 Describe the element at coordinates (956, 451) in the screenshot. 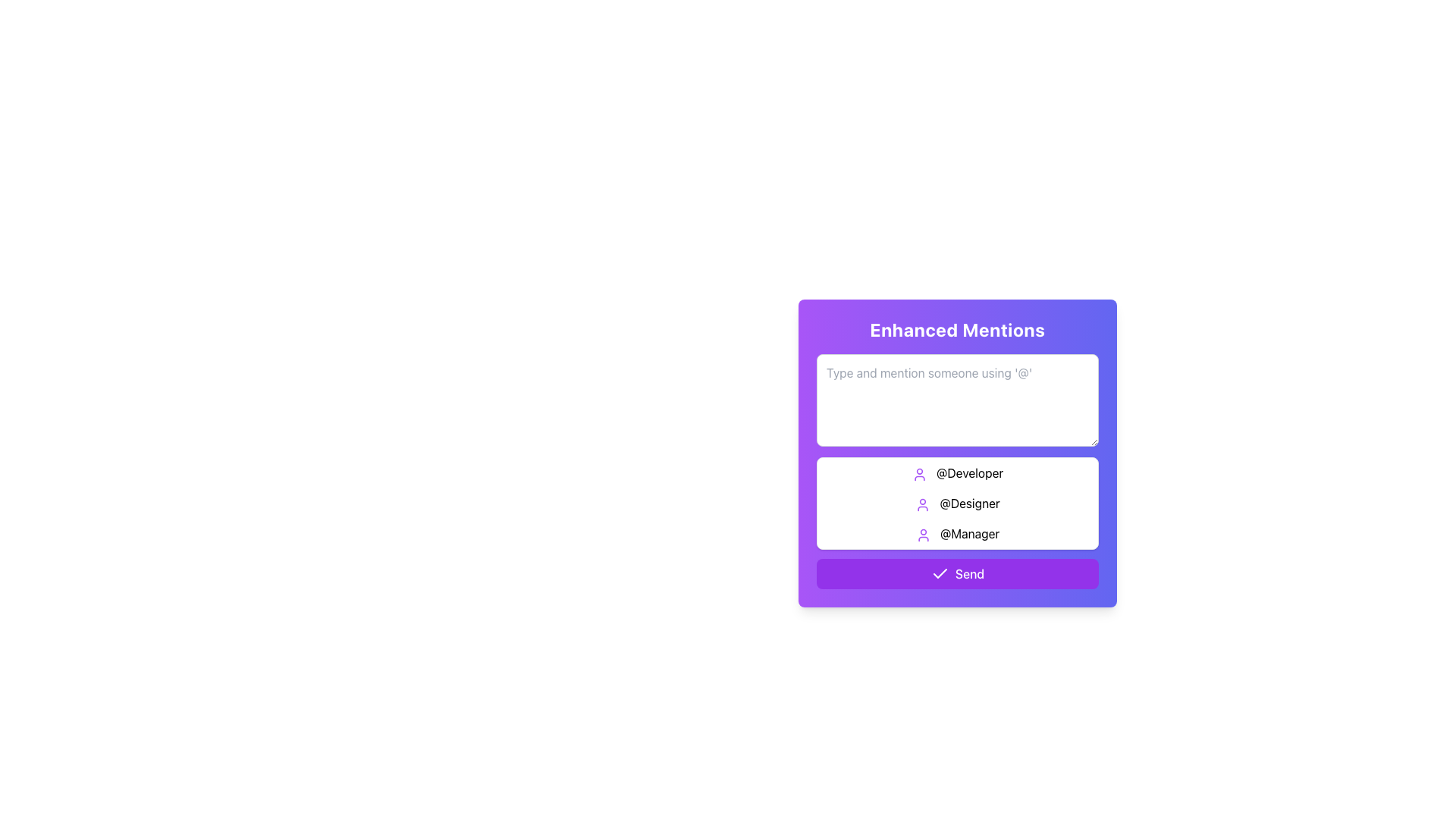

I see `the Text Input Area located below the 'Enhanced Mentions' header and above the mention suggestions list, which allows users to input text and mention others by typing '@'` at that location.